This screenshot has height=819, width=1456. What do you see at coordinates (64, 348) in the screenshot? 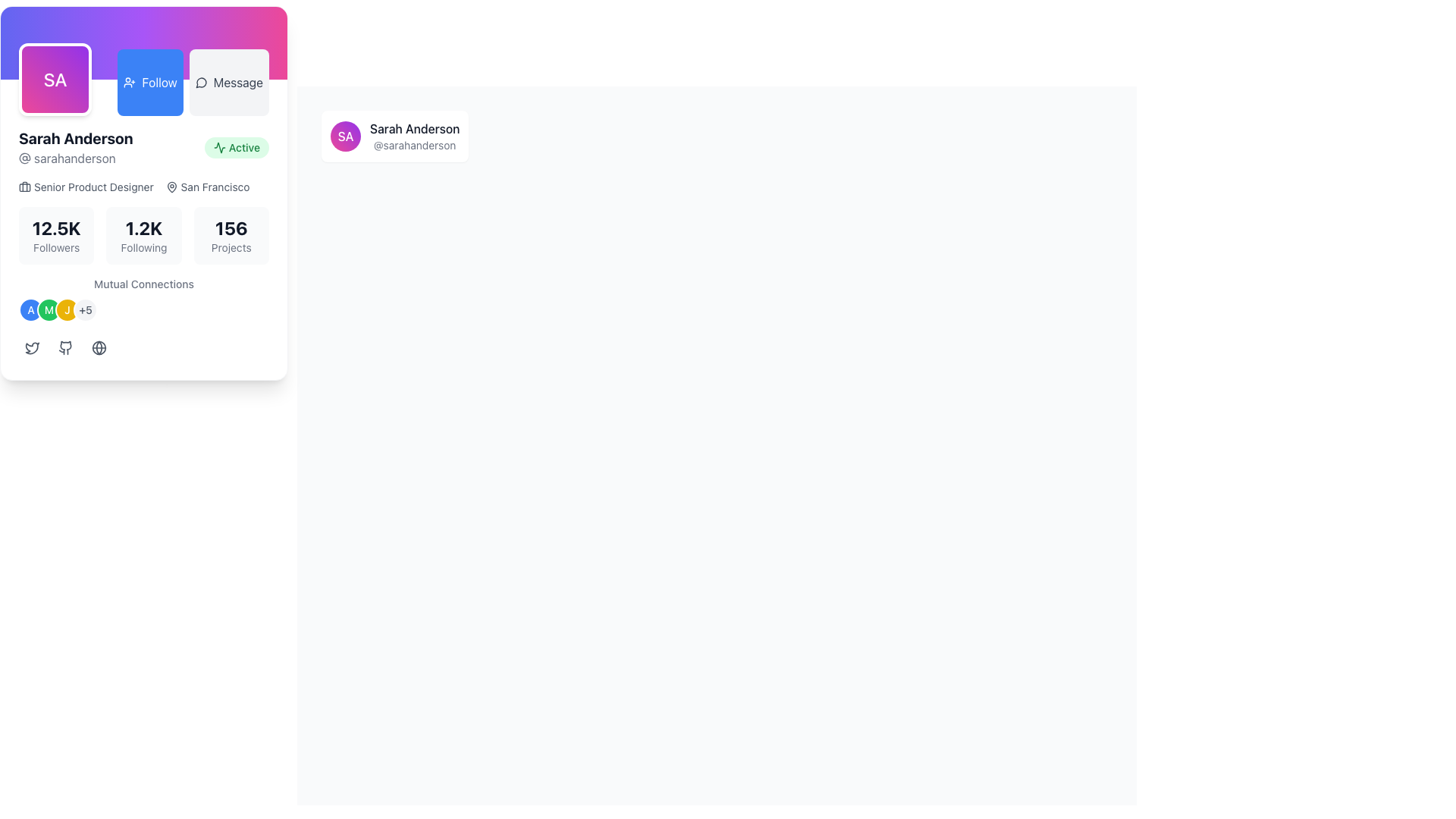
I see `the GitHub icon button, which is the second icon in the horizontal group below the 'Mutual Connections' section` at bounding box center [64, 348].